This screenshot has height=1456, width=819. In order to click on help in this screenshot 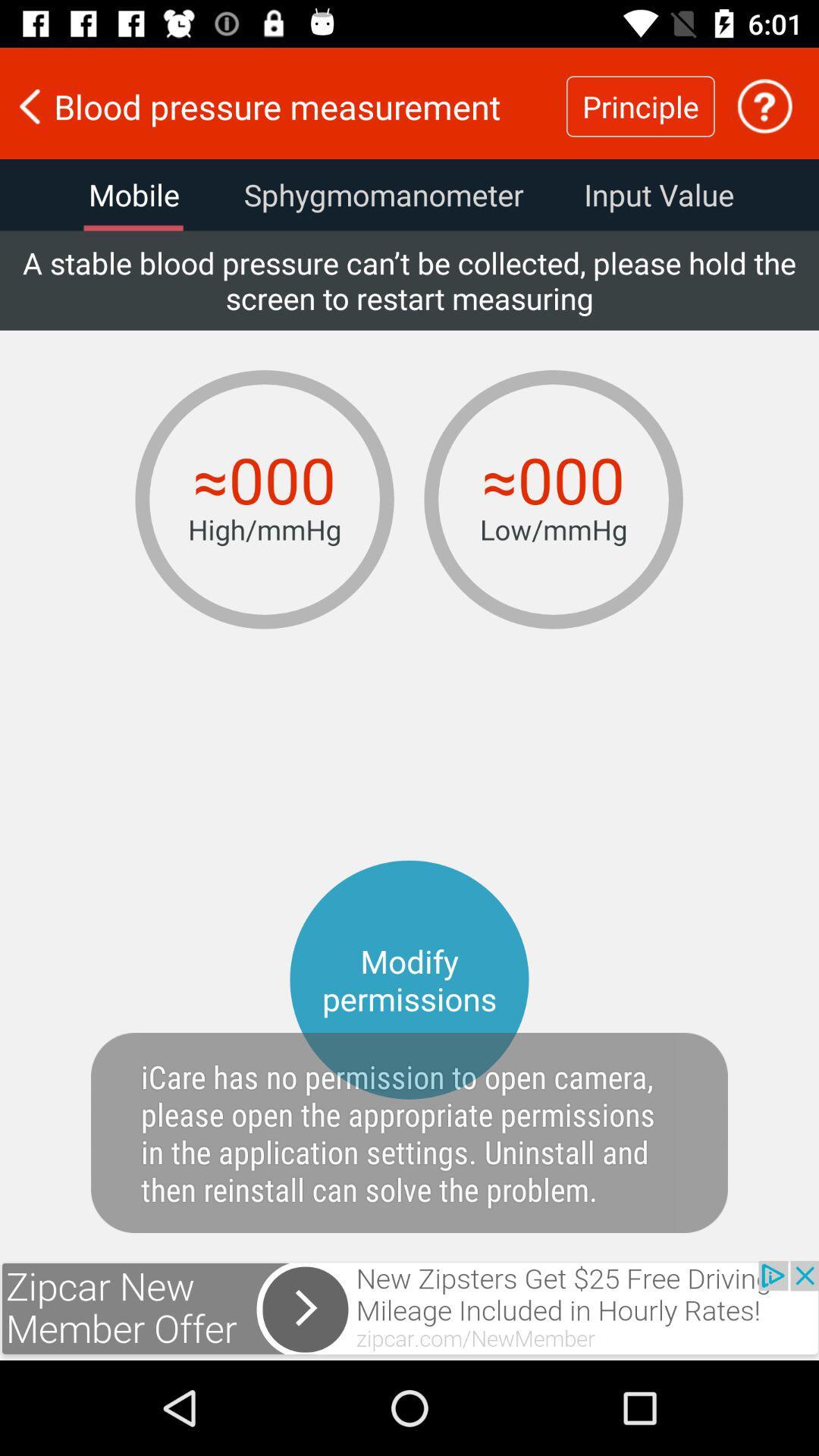, I will do `click(764, 105)`.